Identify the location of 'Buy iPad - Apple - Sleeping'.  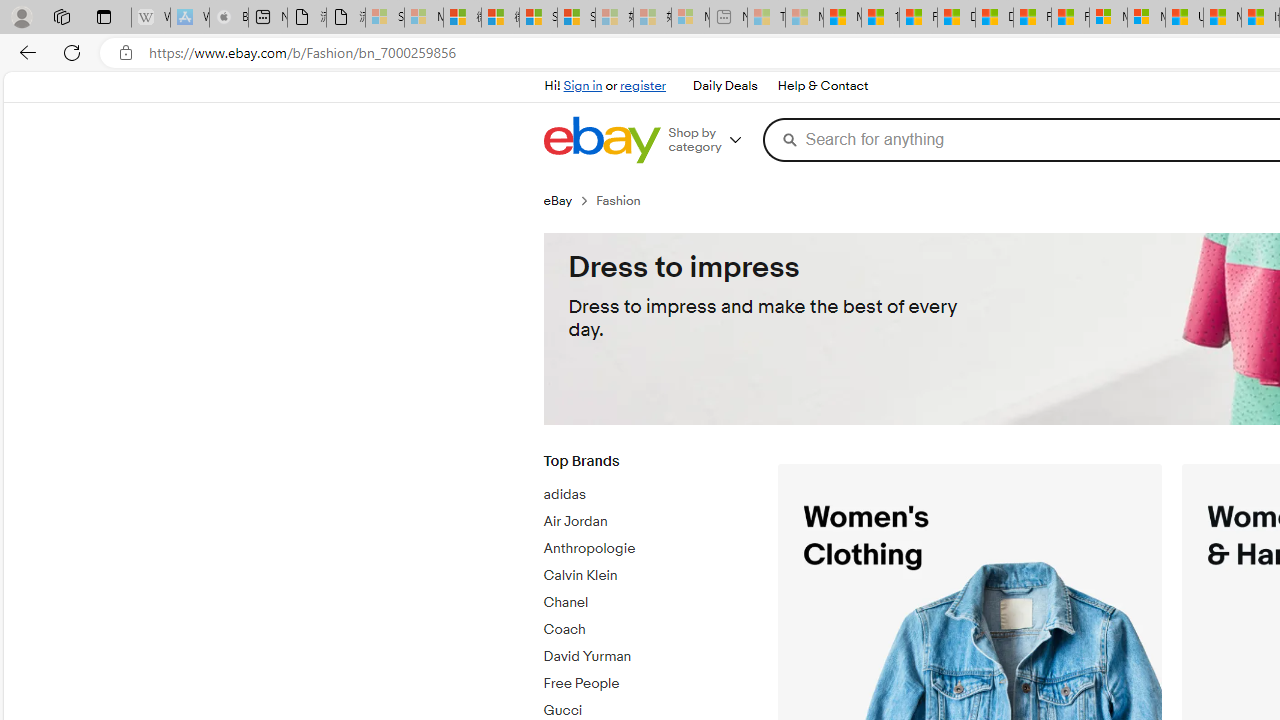
(229, 17).